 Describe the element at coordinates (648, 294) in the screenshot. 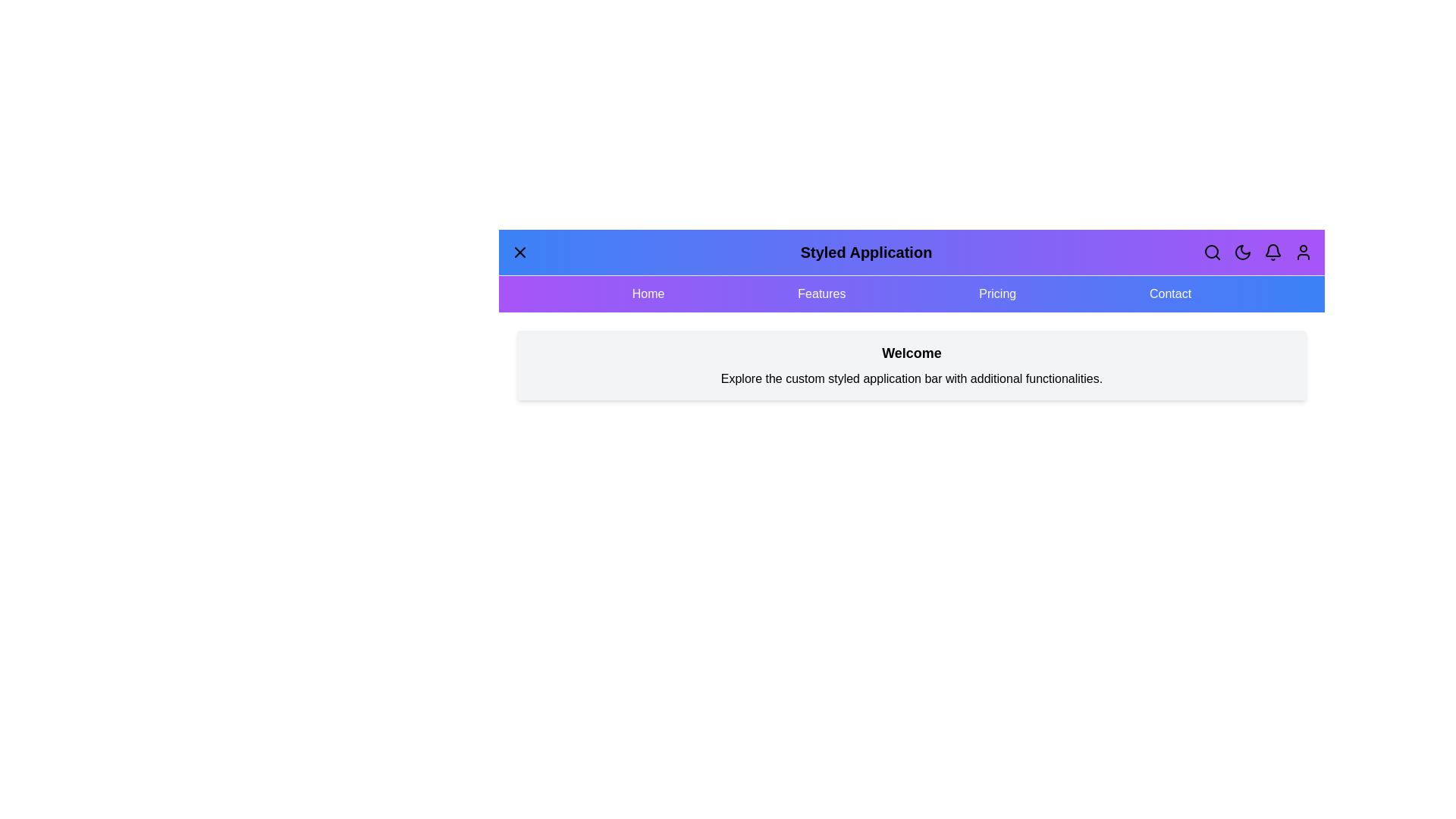

I see `the Home button to navigate to the respective section` at that location.